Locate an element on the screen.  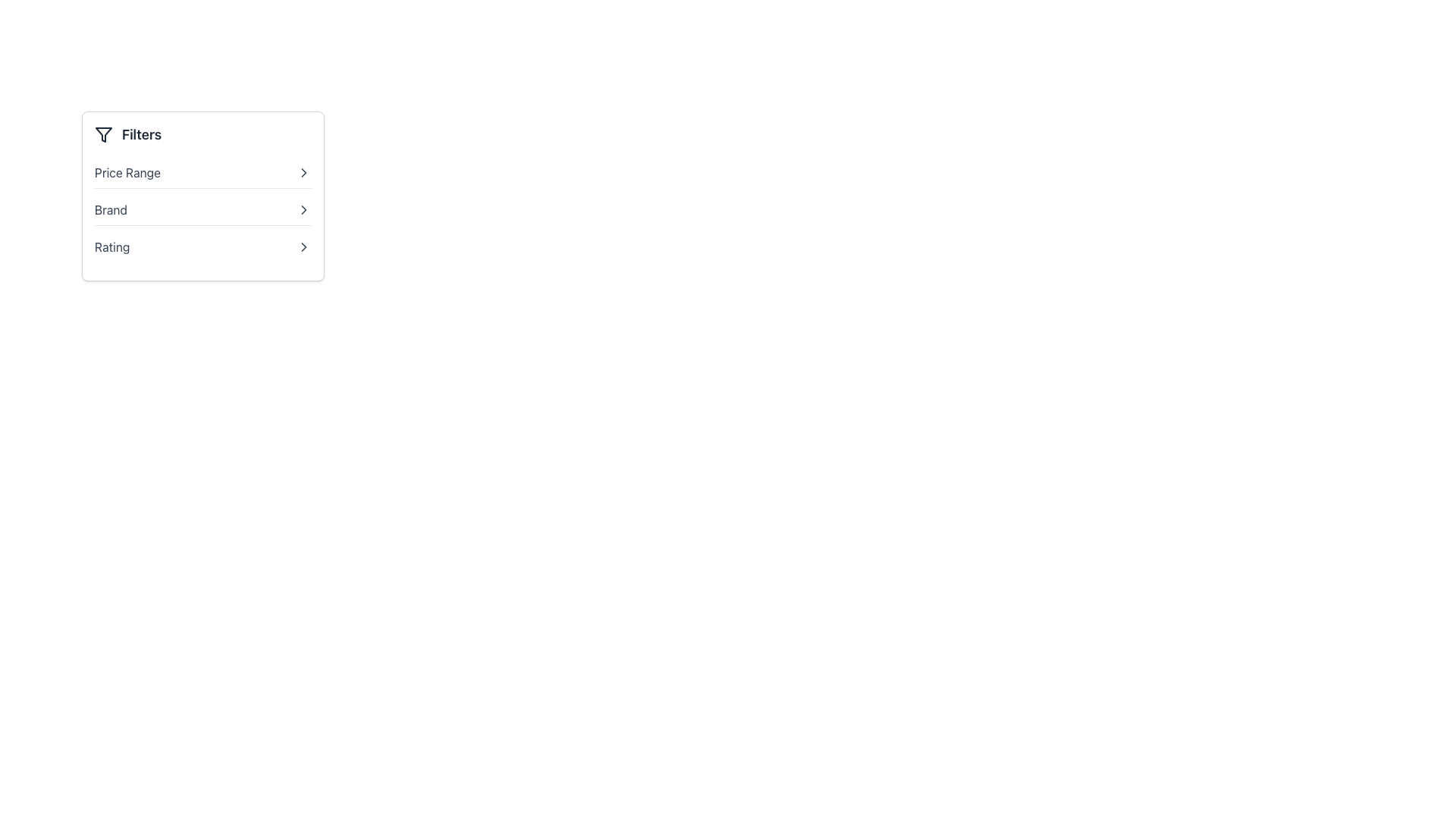
the 'Rating' text label in the filter panel is located at coordinates (111, 246).